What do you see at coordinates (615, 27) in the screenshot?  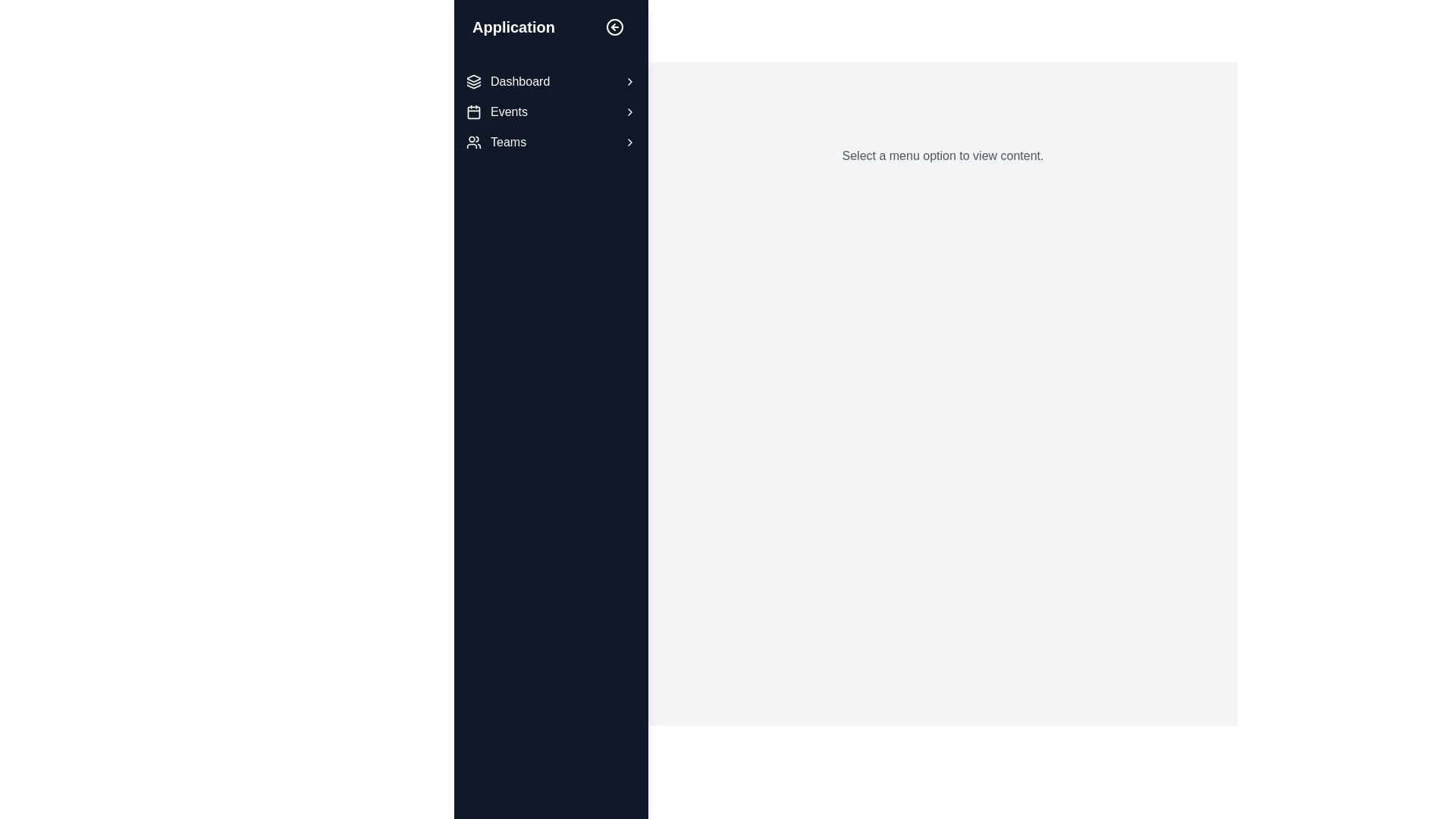 I see `the circular interactive icon with a light arrow pointing left, located in the upper toolbar of the left navigation panel, adjacent to the text label 'Application'` at bounding box center [615, 27].